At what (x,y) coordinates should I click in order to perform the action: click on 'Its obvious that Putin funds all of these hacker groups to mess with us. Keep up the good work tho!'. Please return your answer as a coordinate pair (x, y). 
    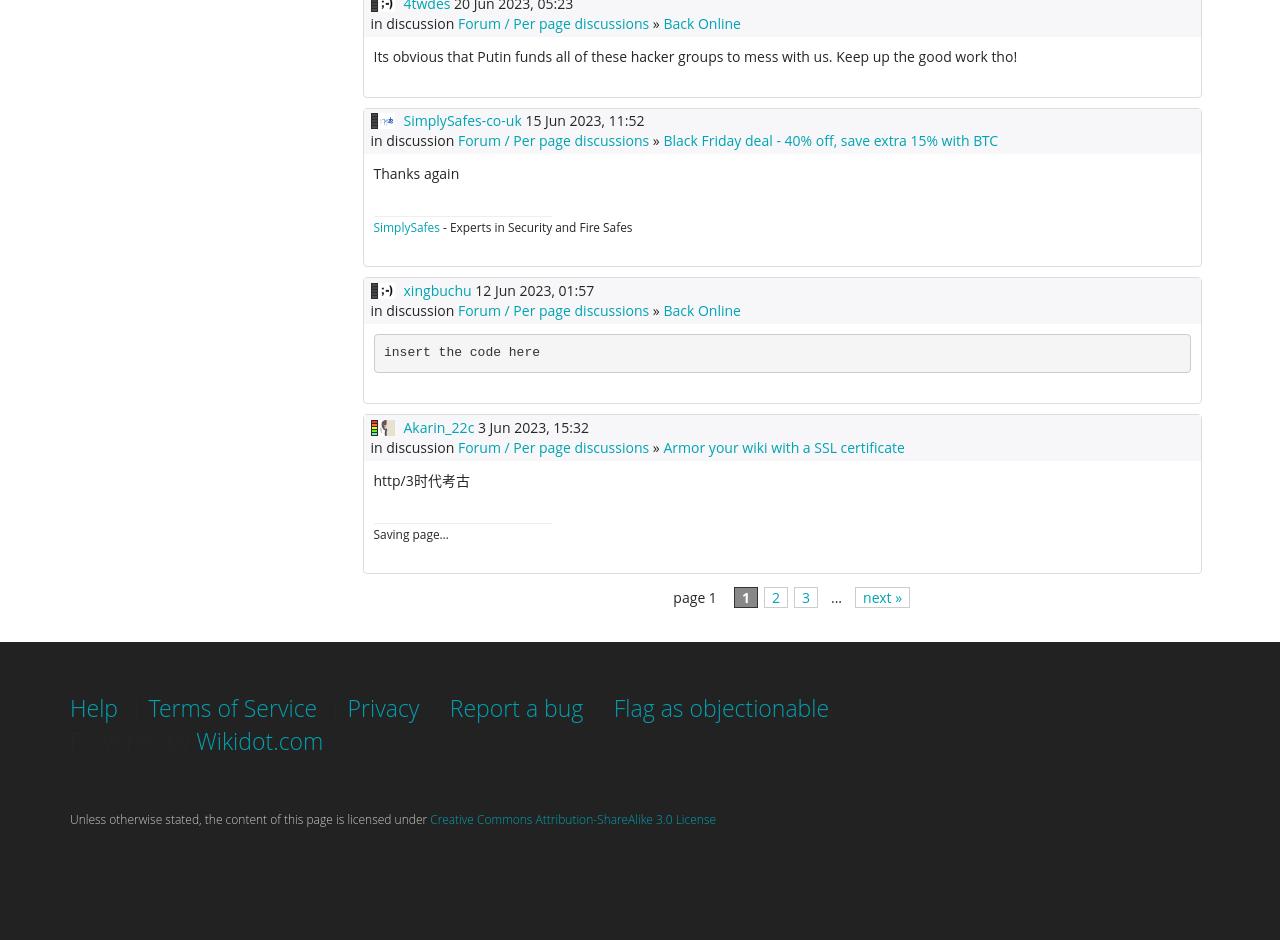
    Looking at the image, I should click on (695, 54).